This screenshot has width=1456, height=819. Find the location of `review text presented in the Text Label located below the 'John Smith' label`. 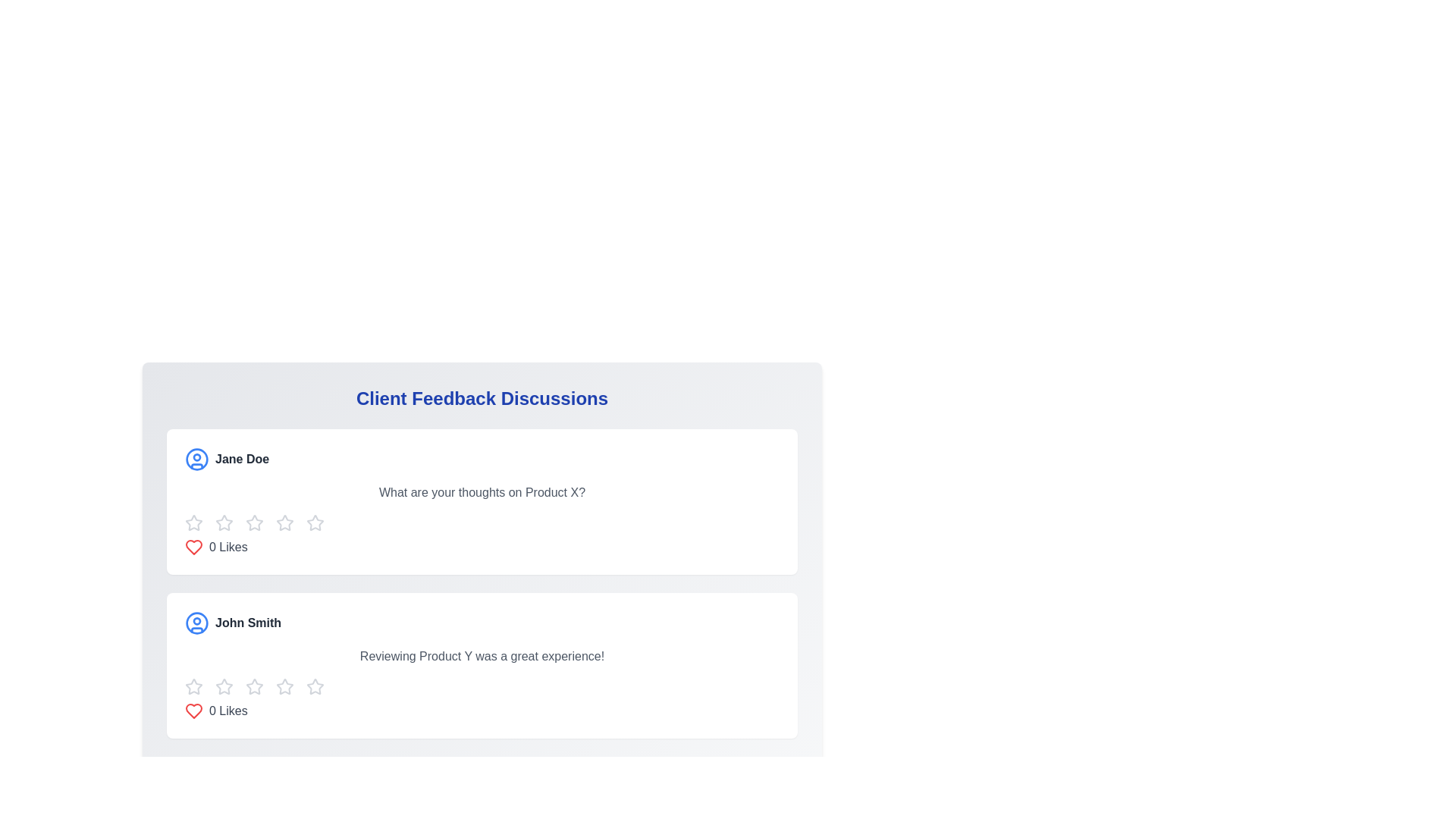

review text presented in the Text Label located below the 'John Smith' label is located at coordinates (481, 656).